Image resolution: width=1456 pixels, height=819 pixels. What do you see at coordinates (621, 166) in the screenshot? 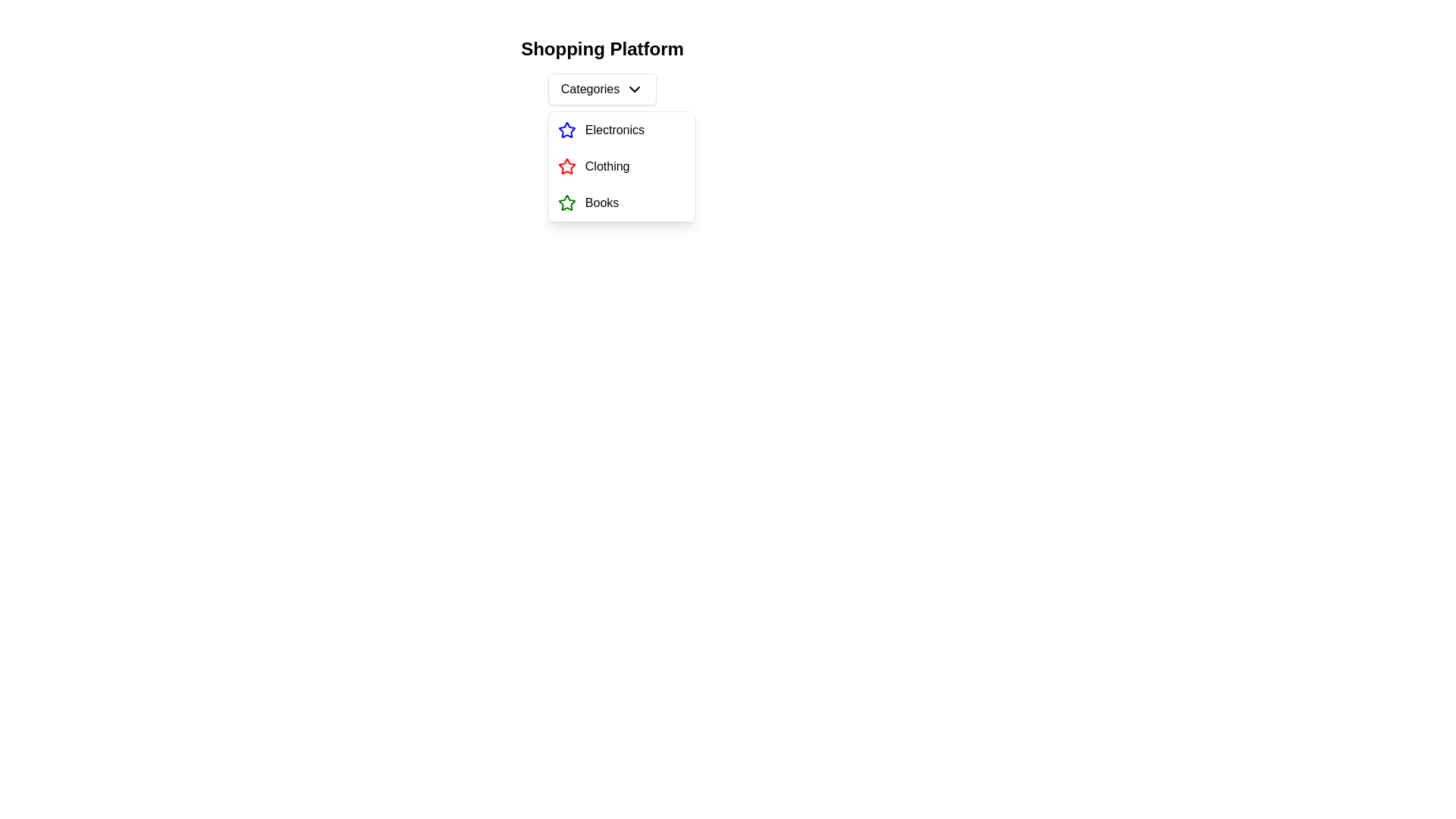
I see `the 'Clothing' menu item, the second selectable option in the dropdown menu located below the 'Categories' button` at bounding box center [621, 166].